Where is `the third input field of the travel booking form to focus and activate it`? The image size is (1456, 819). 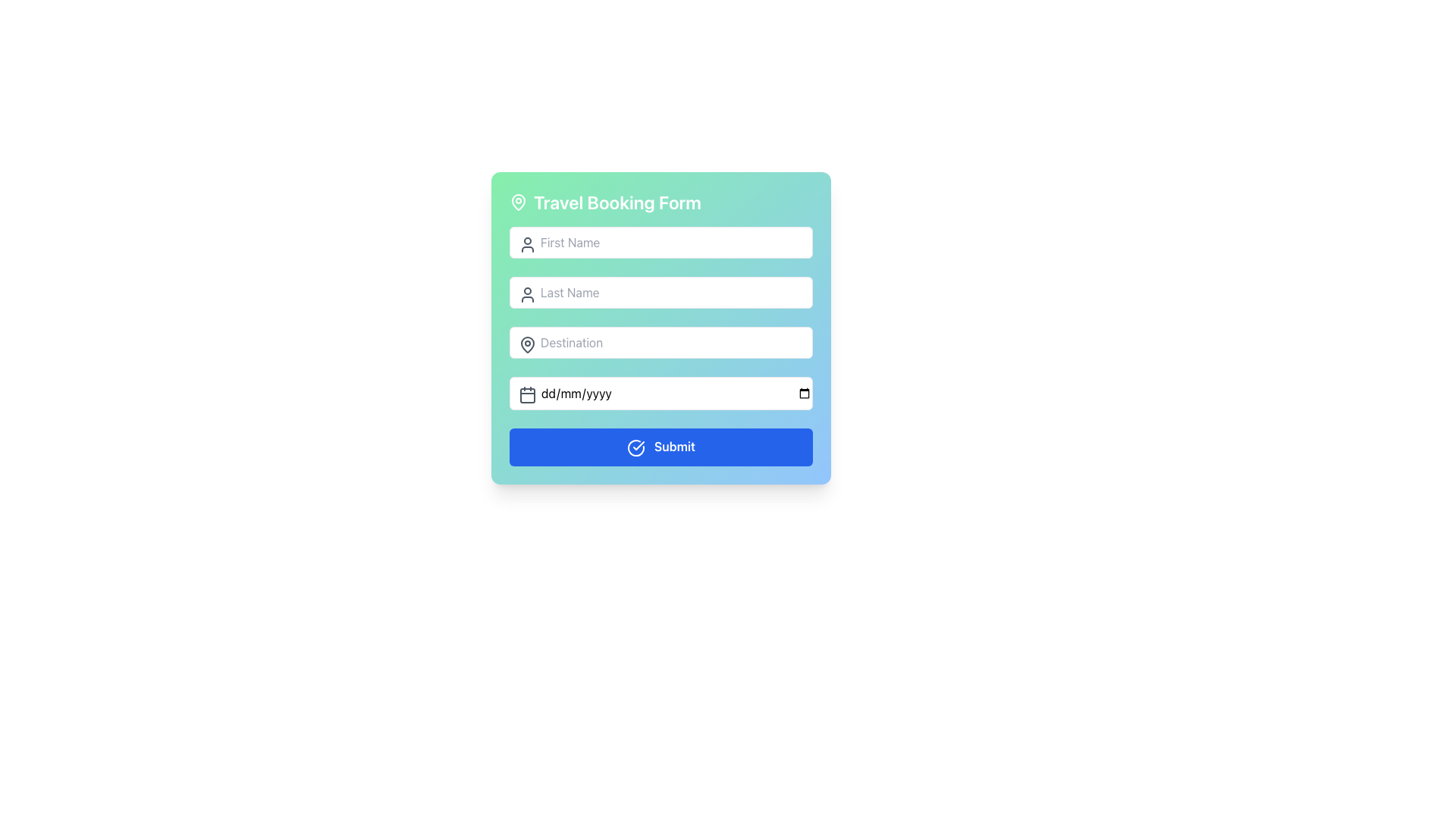
the third input field of the travel booking form to focus and activate it is located at coordinates (661, 327).